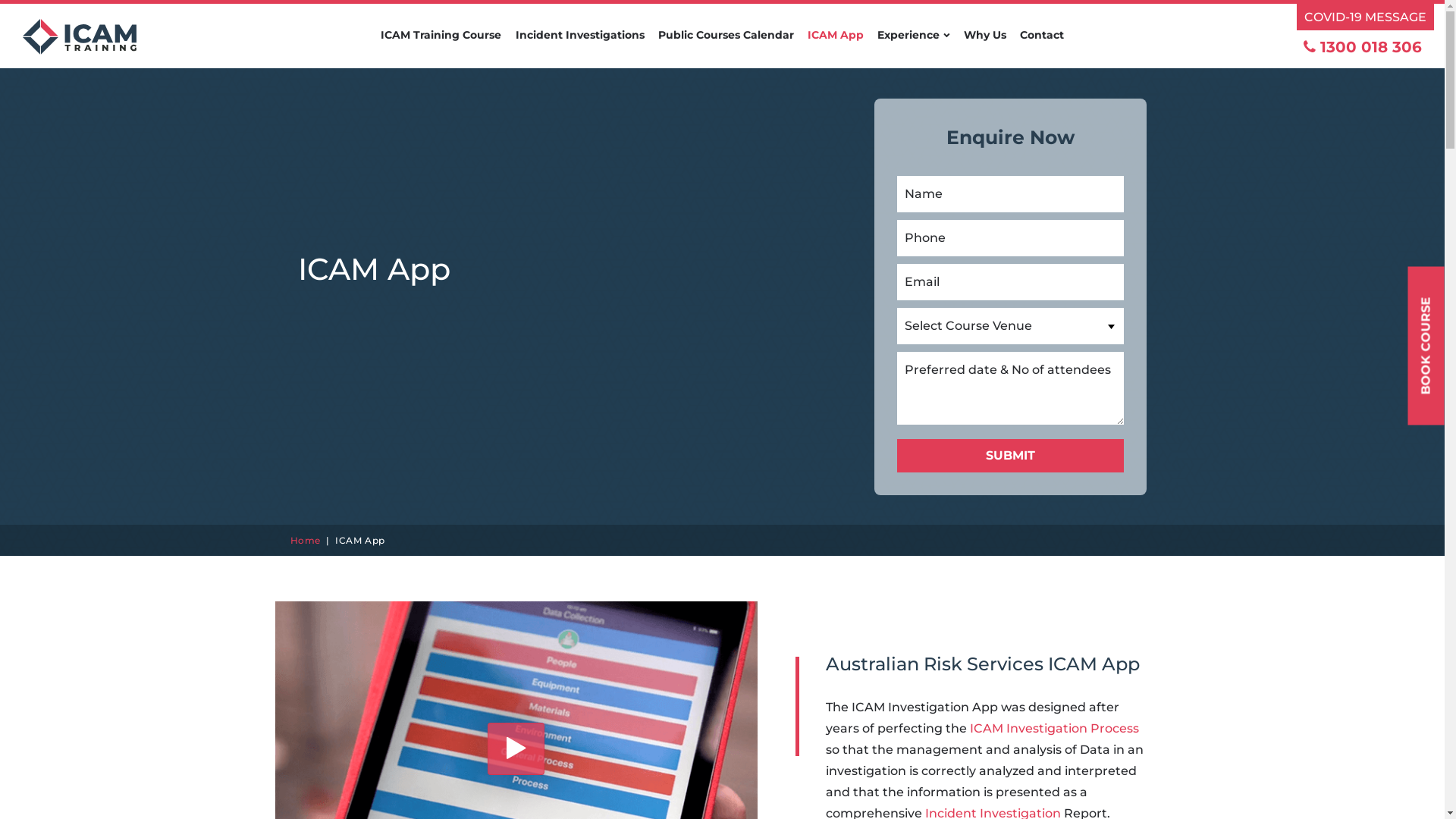 The width and height of the screenshot is (1456, 819). I want to click on 'ICAM Training Course', so click(440, 45).